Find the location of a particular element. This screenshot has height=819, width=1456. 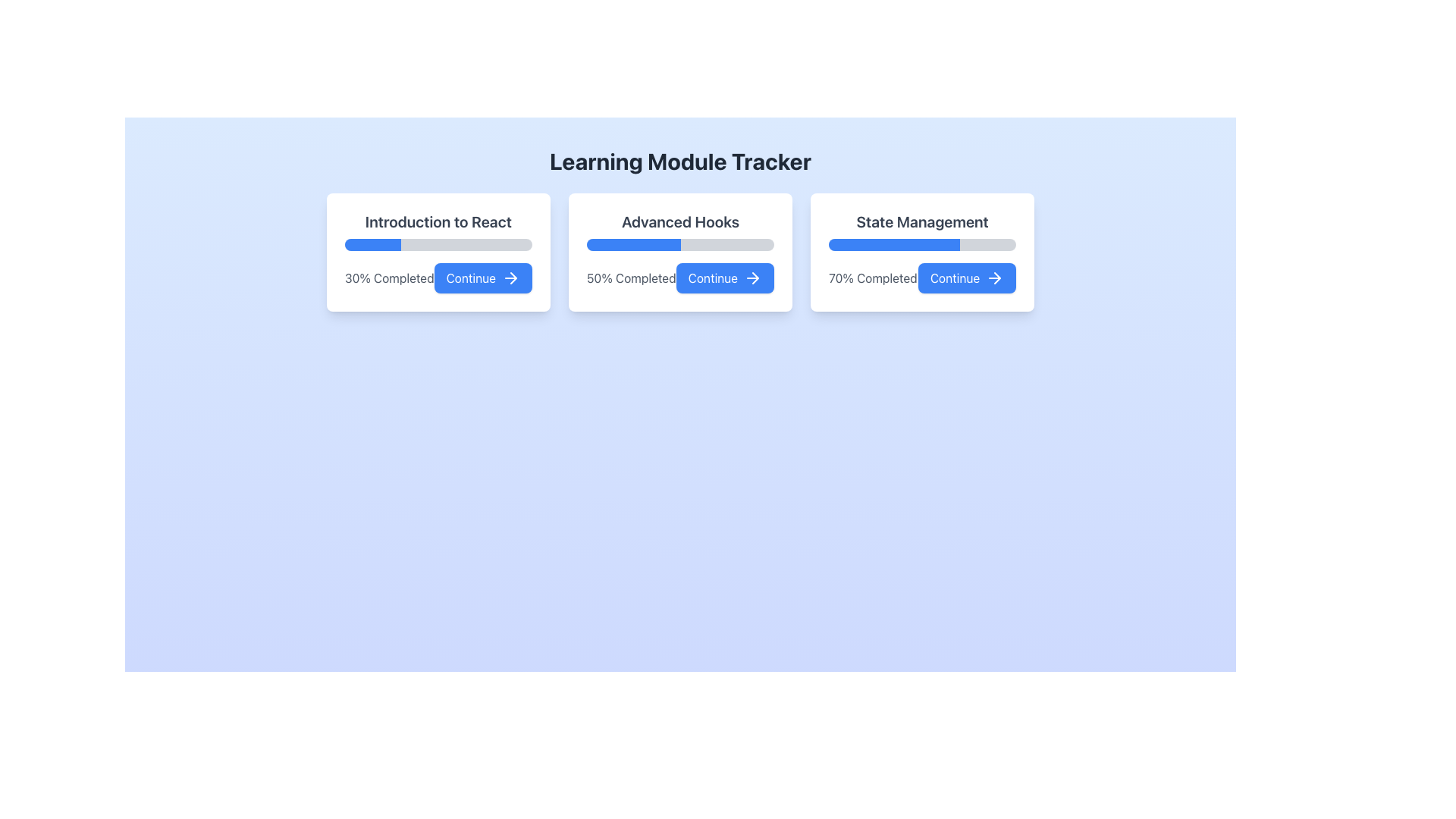

the Progress indicator (filling bar) that visually indicates 70% completion of the 'State Management' module, located in the 'Learning Module Tracker' section is located at coordinates (894, 244).